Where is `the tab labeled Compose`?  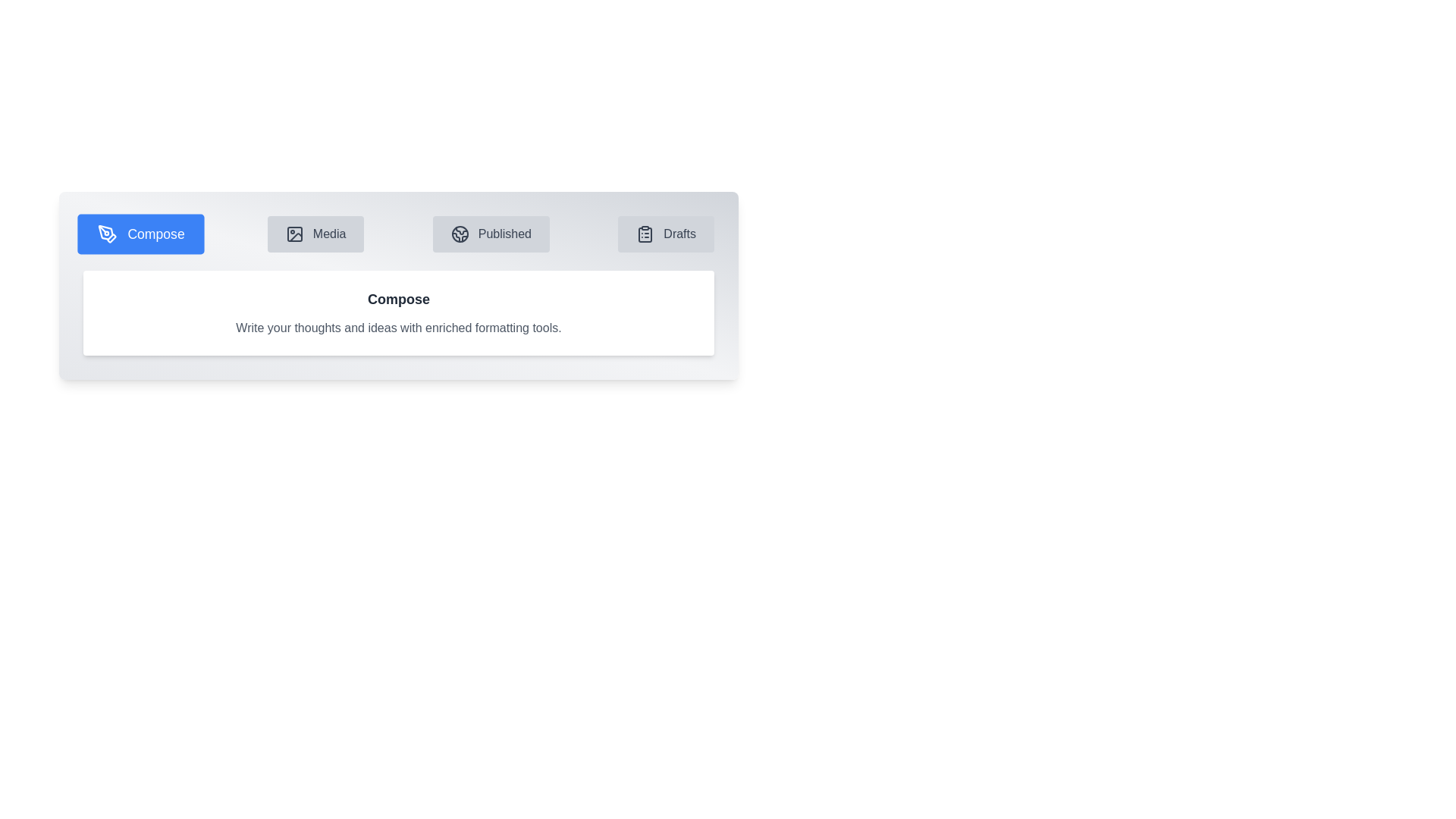 the tab labeled Compose is located at coordinates (141, 234).